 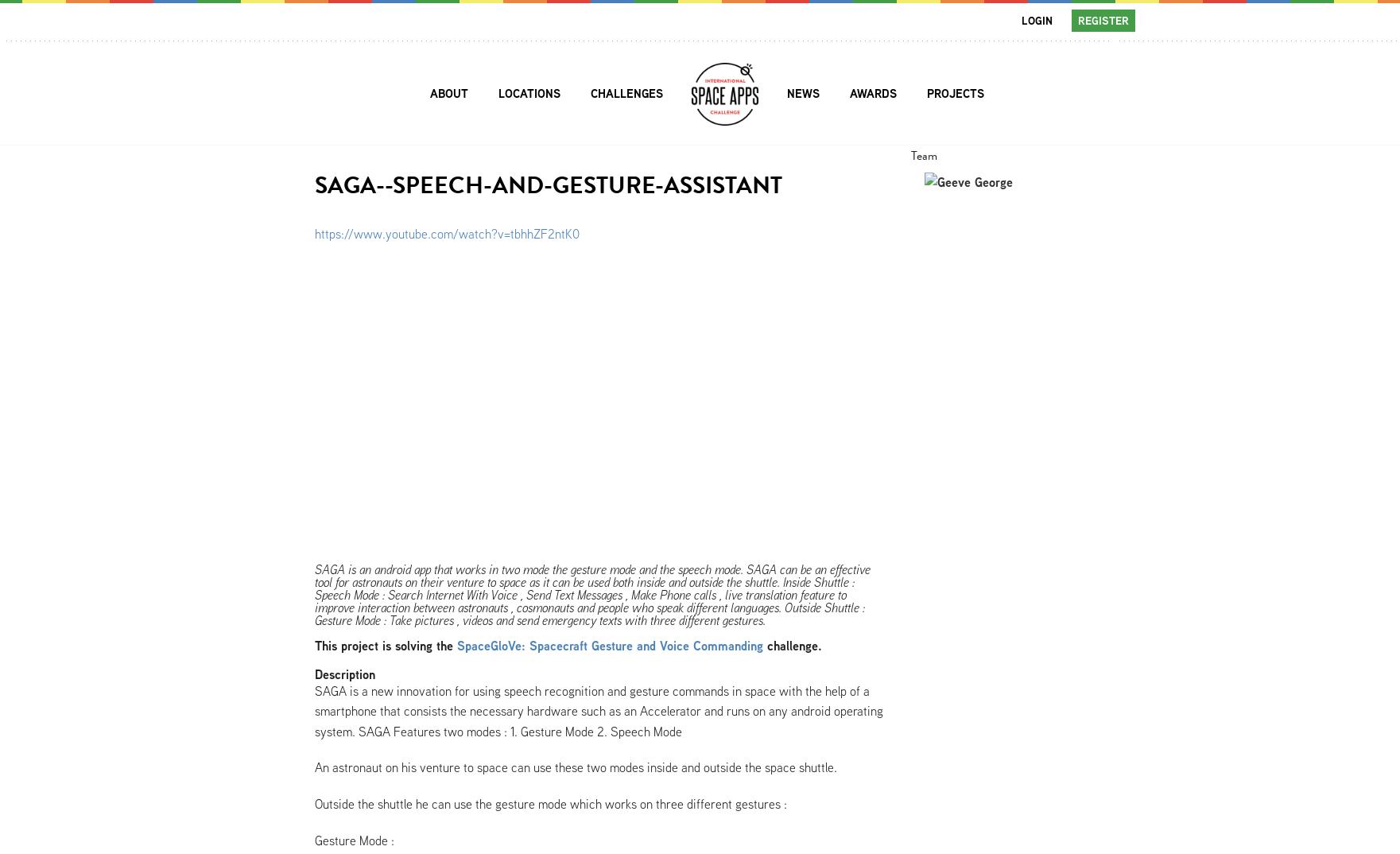 What do you see at coordinates (312, 184) in the screenshot?
I see `'saga--speech-and-gesture-assistant'` at bounding box center [312, 184].